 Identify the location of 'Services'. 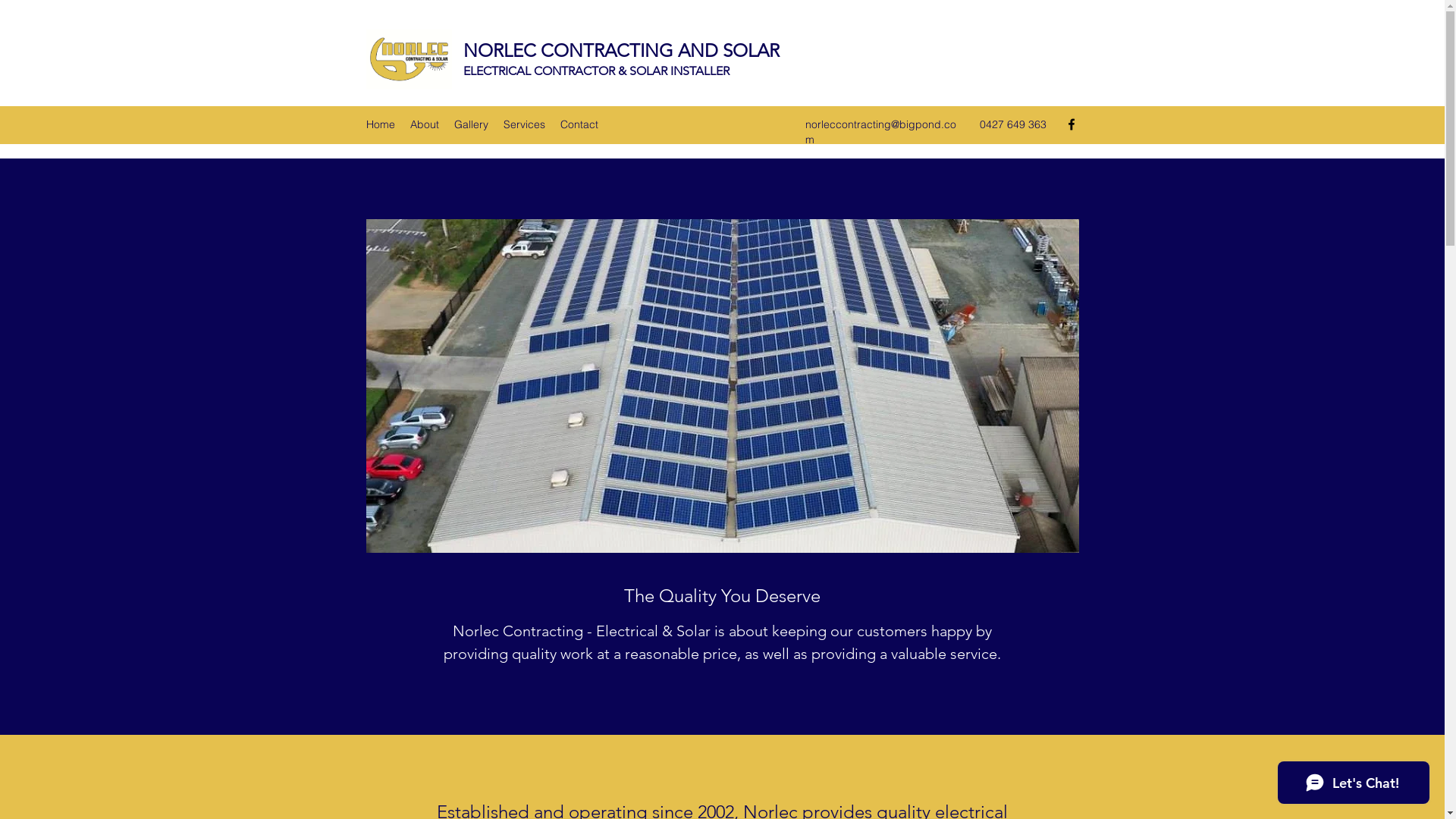
(524, 124).